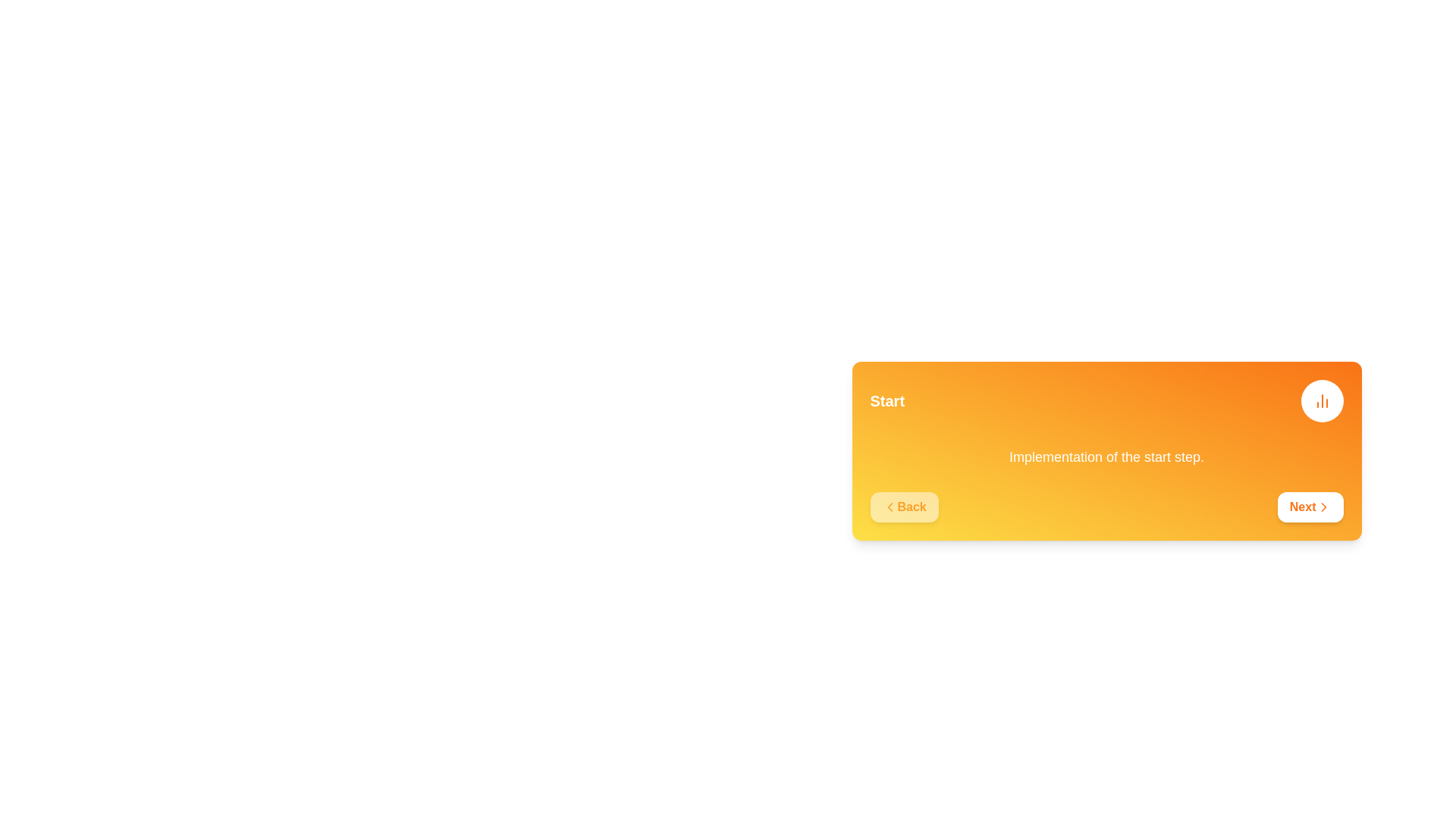 Image resolution: width=1456 pixels, height=819 pixels. What do you see at coordinates (1323, 507) in the screenshot?
I see `the right-facing chevron icon located within the 'Next' button at the bottom-right corner of the orange card interface` at bounding box center [1323, 507].